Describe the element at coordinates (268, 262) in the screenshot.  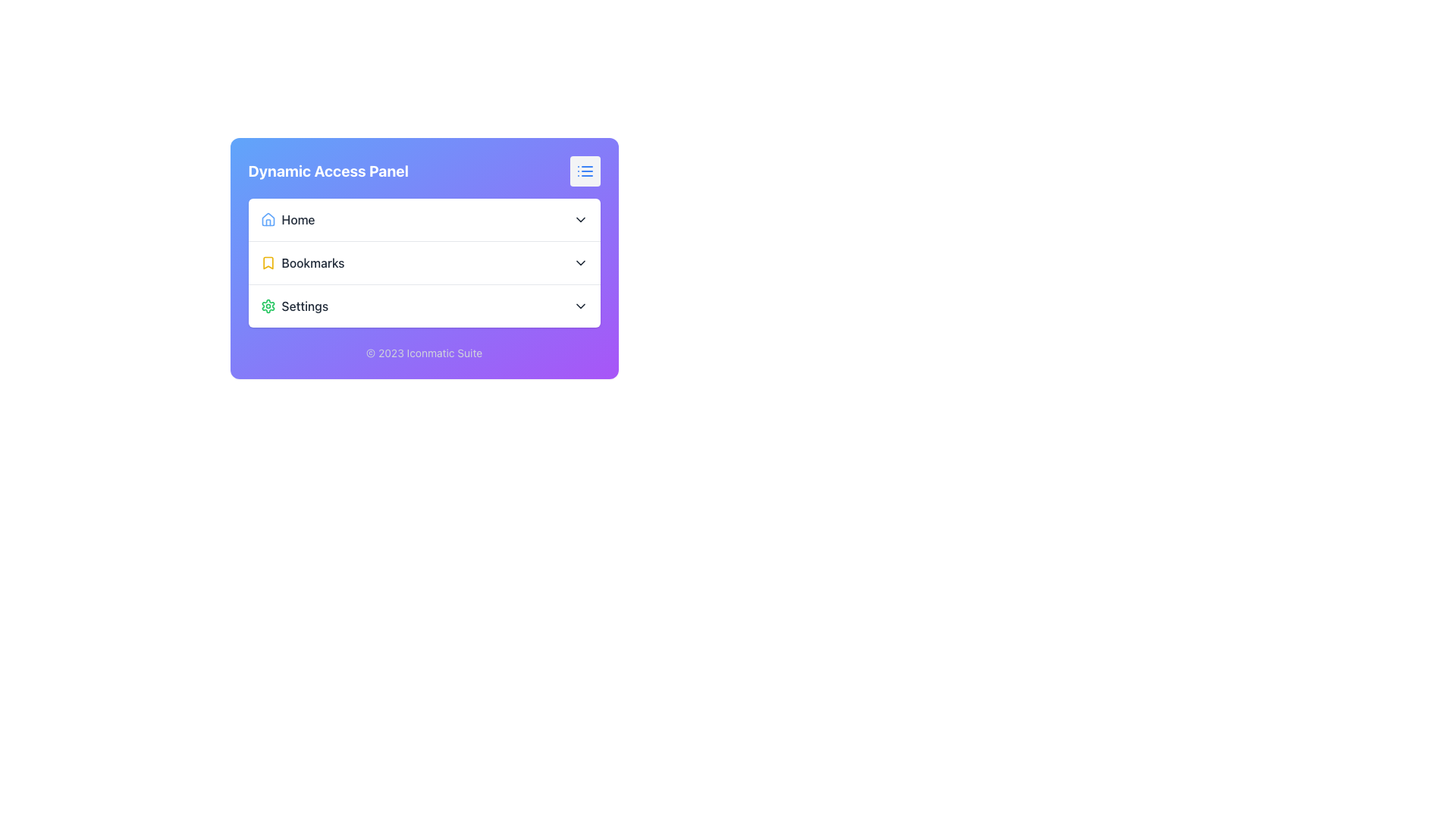
I see `the 'Bookmarks' icon located in the second row of the list within the panel, positioned to the left of the text label 'Bookmarks'` at that location.